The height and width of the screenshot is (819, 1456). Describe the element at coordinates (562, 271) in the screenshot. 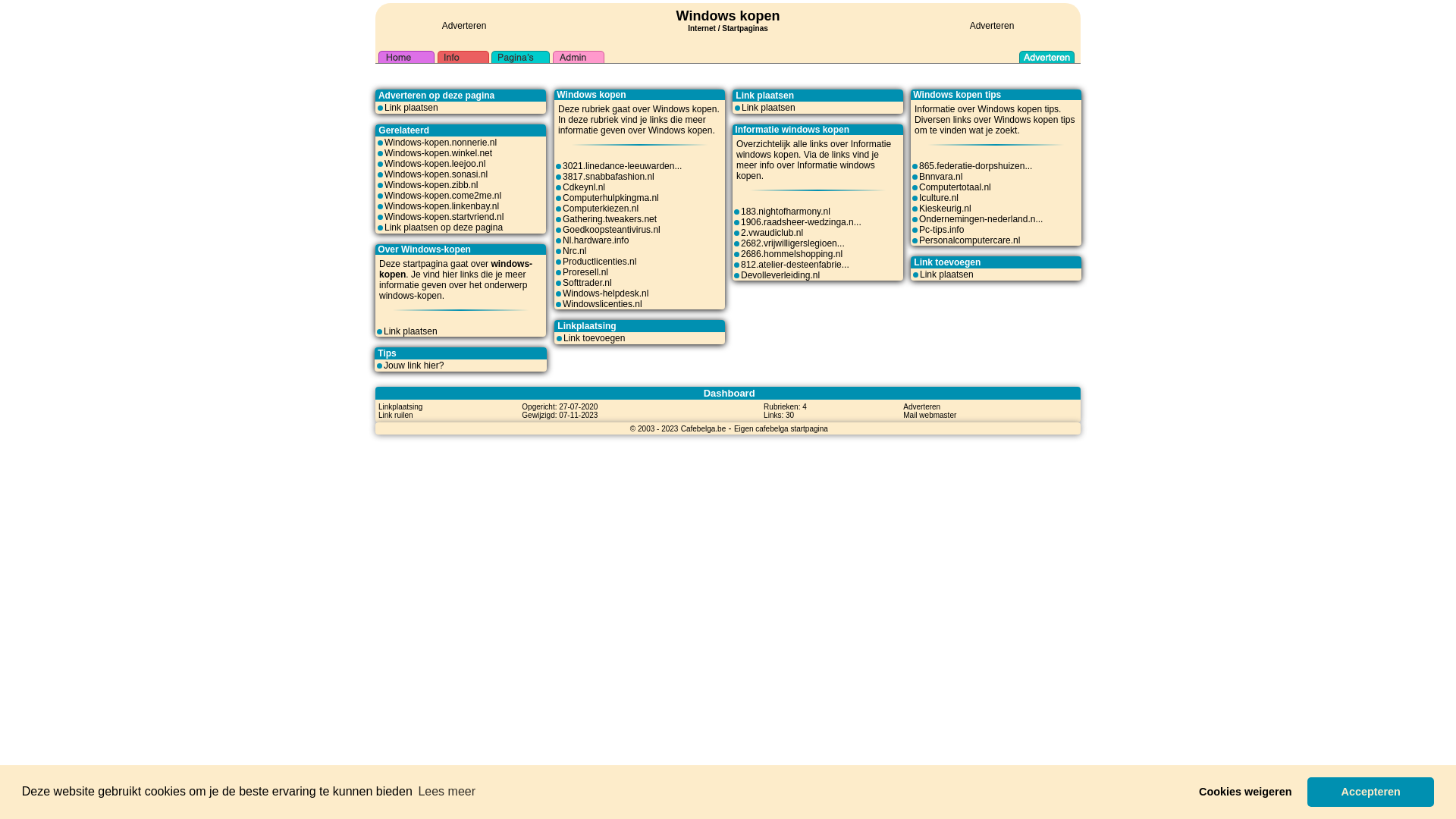

I see `'Proresell.nl'` at that location.